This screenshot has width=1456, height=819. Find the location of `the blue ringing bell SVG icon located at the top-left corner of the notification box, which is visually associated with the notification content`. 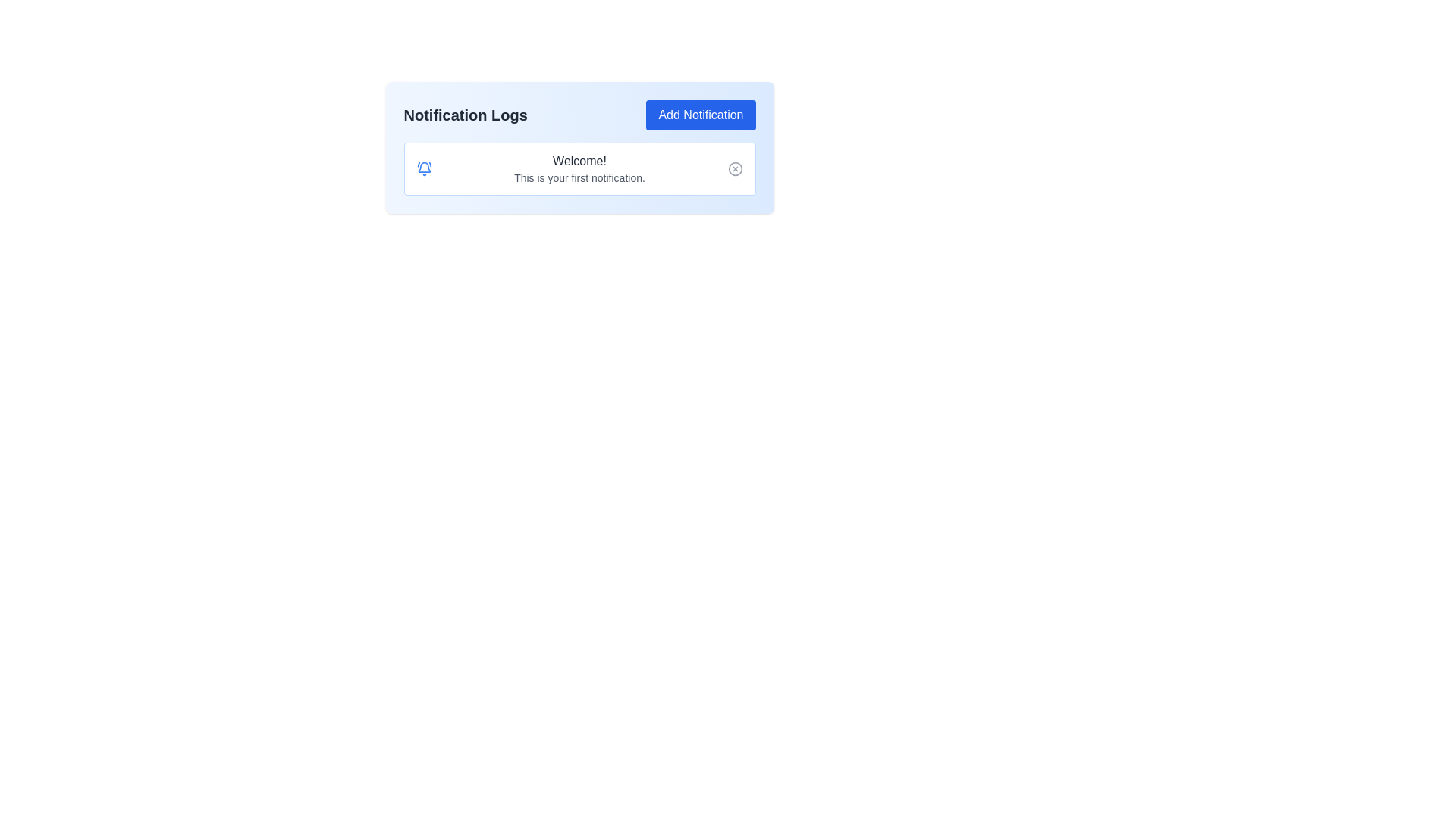

the blue ringing bell SVG icon located at the top-left corner of the notification box, which is visually associated with the notification content is located at coordinates (424, 169).